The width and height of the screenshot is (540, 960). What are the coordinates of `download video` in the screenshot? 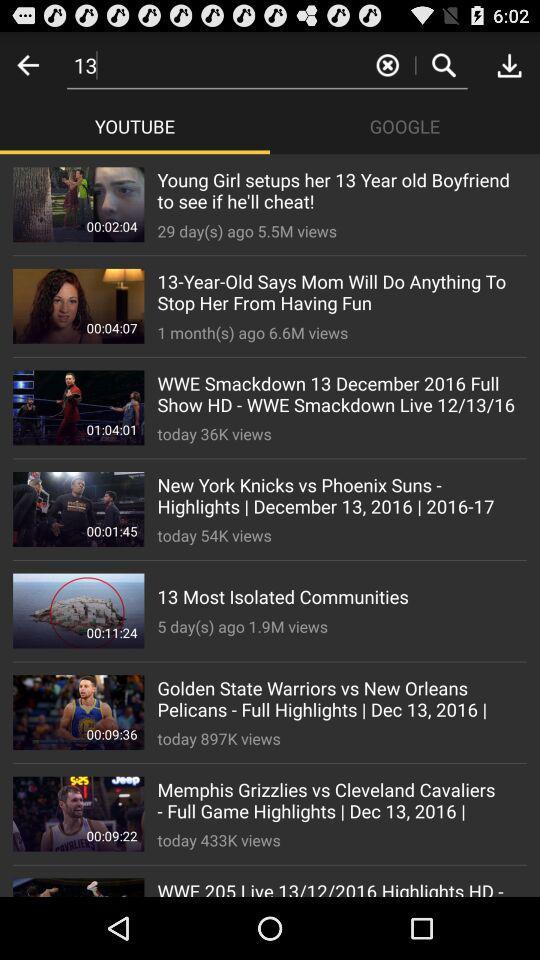 It's located at (509, 65).